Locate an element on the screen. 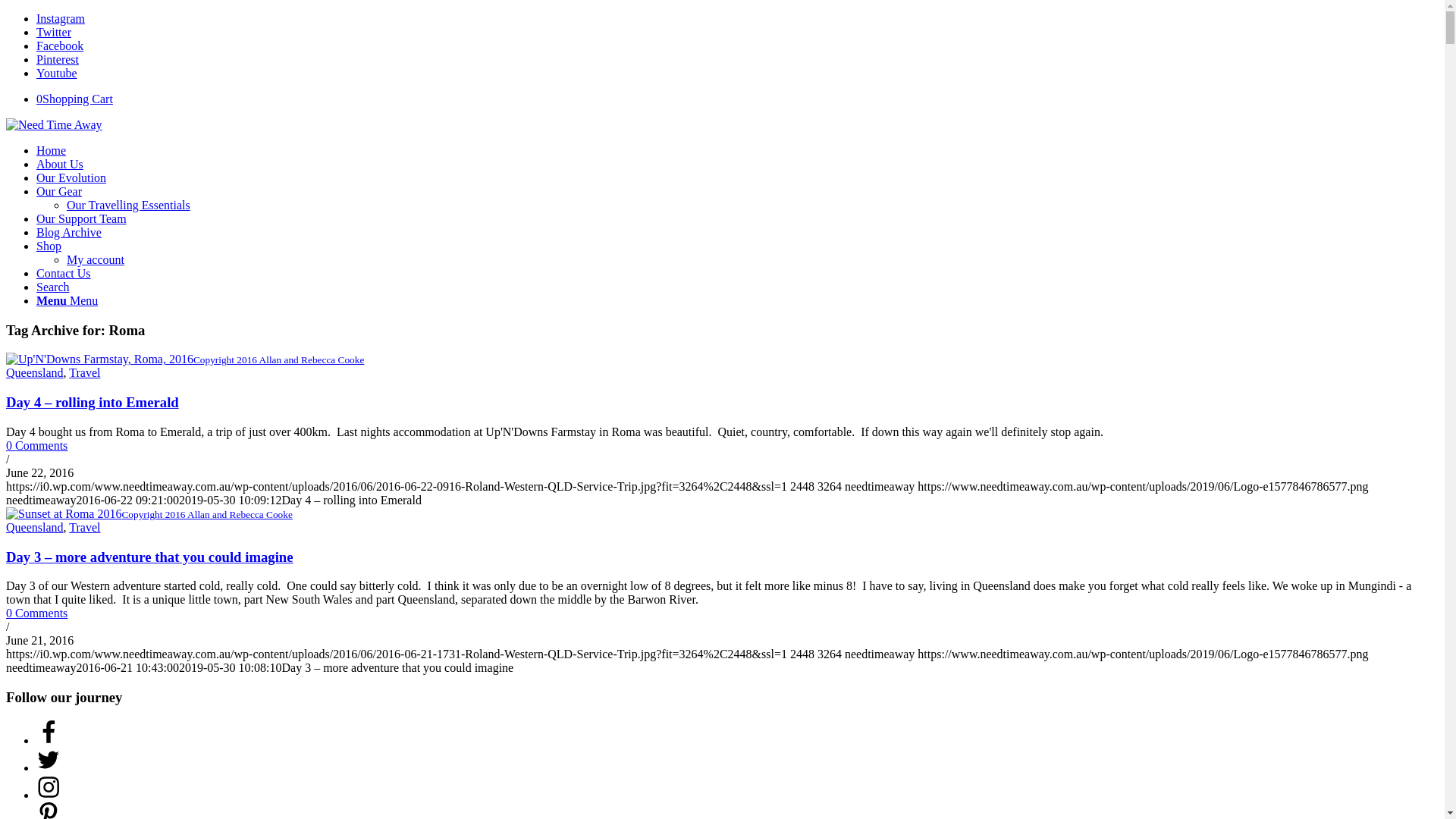  'About Us' is located at coordinates (59, 164).